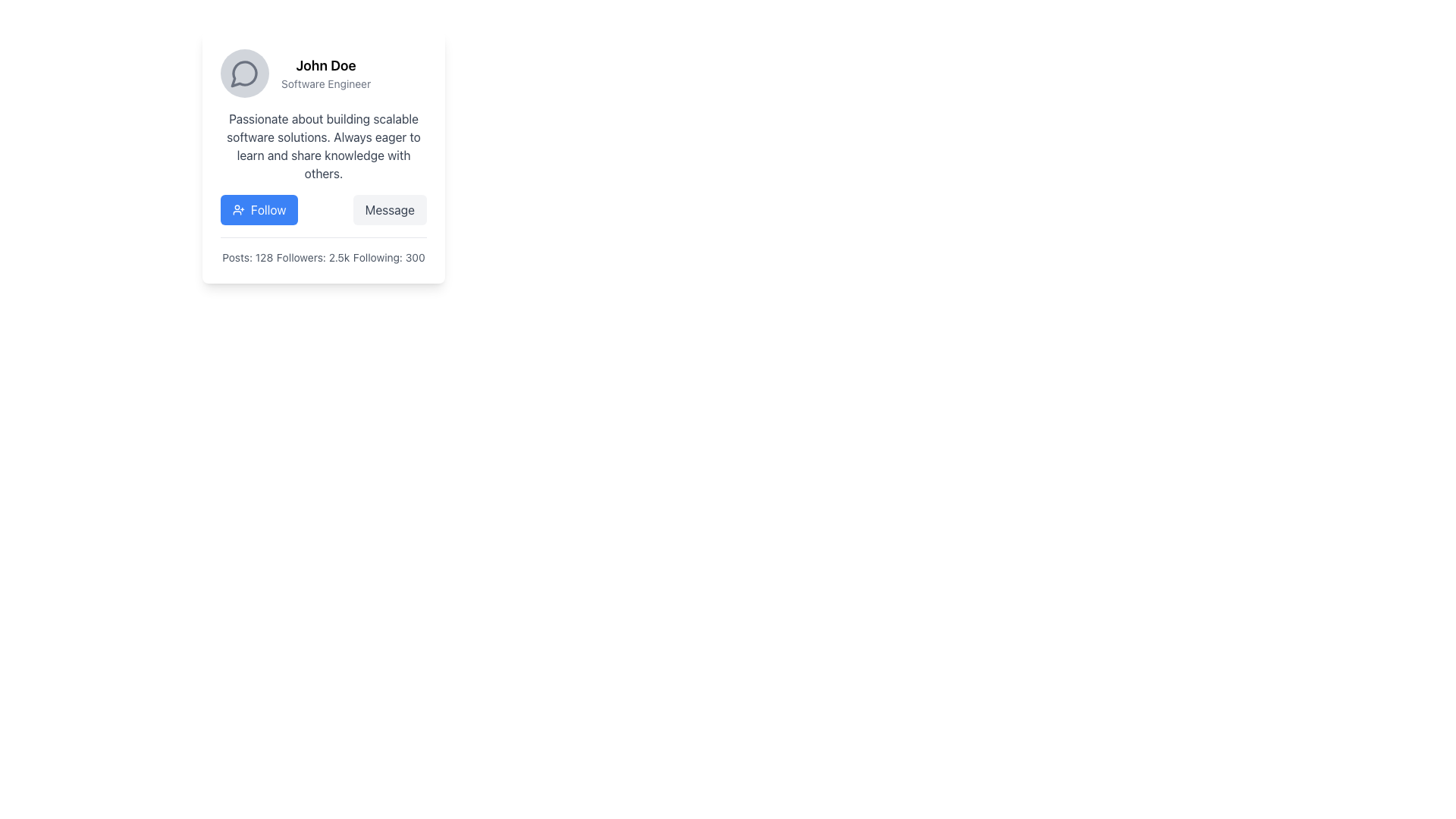 This screenshot has width=1456, height=819. What do you see at coordinates (325, 65) in the screenshot?
I see `the user's name text element located at the top of the user profile card, adjacent to the circular avatar image` at bounding box center [325, 65].